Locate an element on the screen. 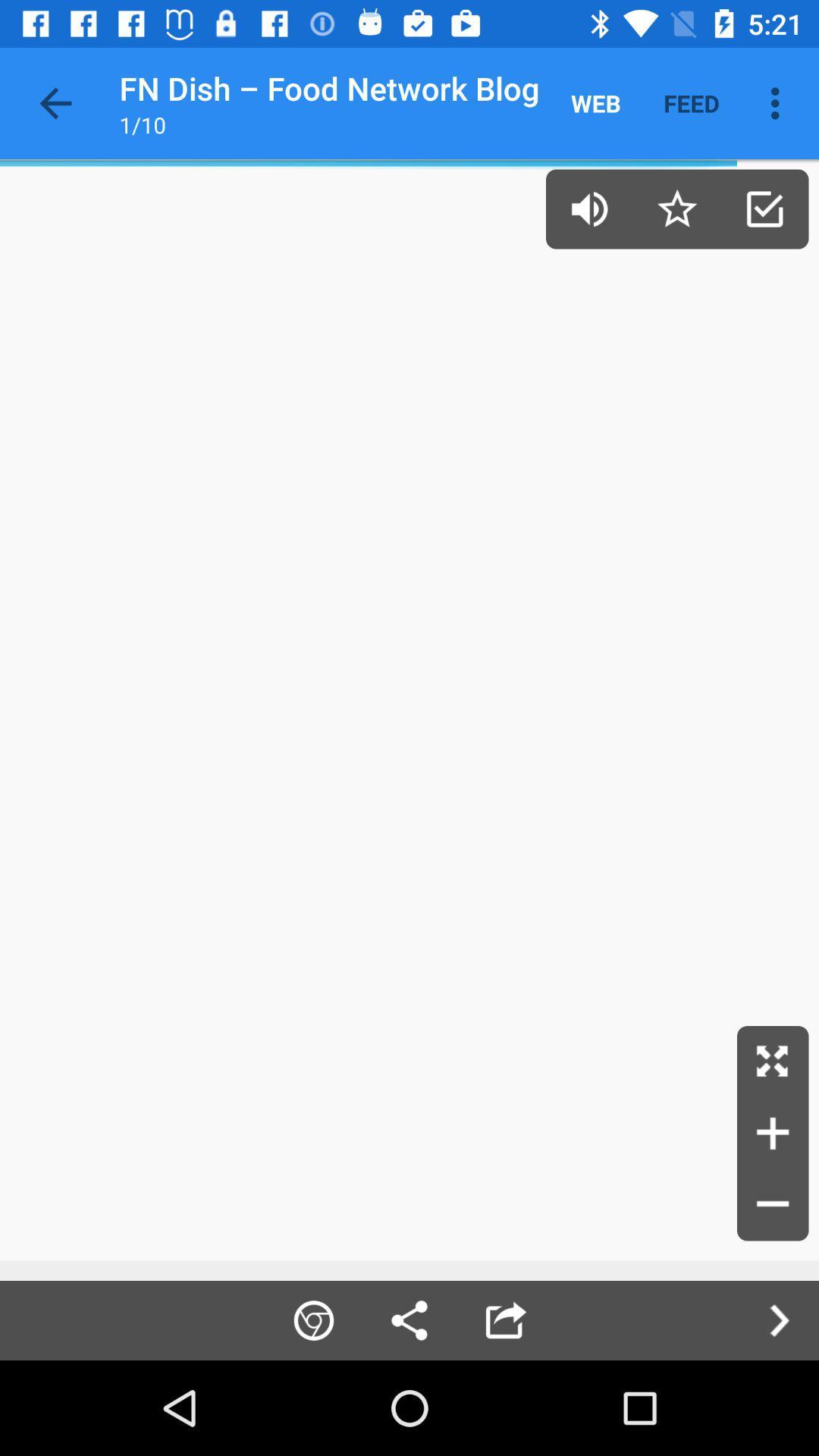  to favorites is located at coordinates (676, 208).